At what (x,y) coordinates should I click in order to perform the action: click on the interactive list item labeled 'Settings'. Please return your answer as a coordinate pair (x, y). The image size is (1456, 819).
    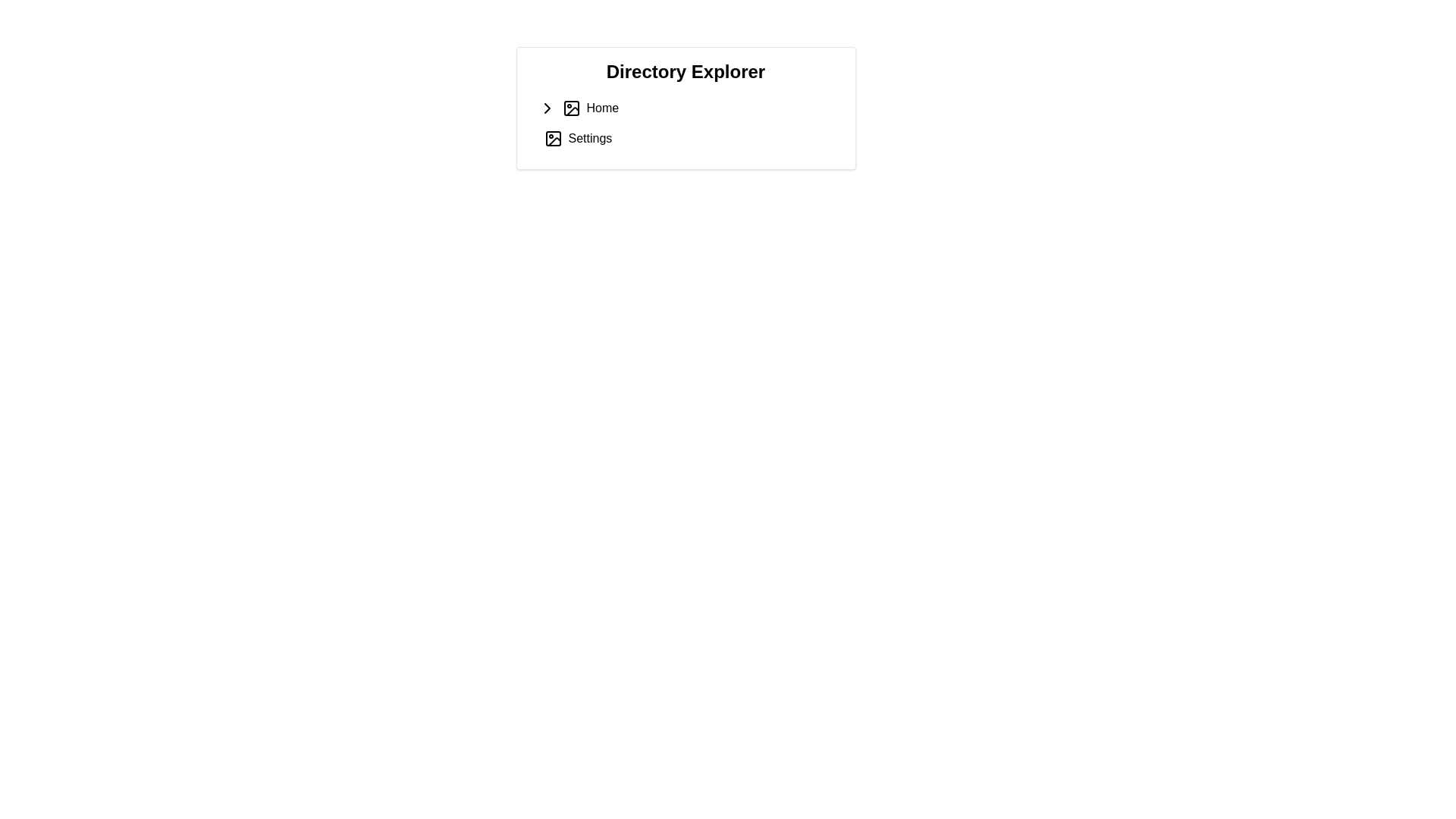
    Looking at the image, I should click on (685, 138).